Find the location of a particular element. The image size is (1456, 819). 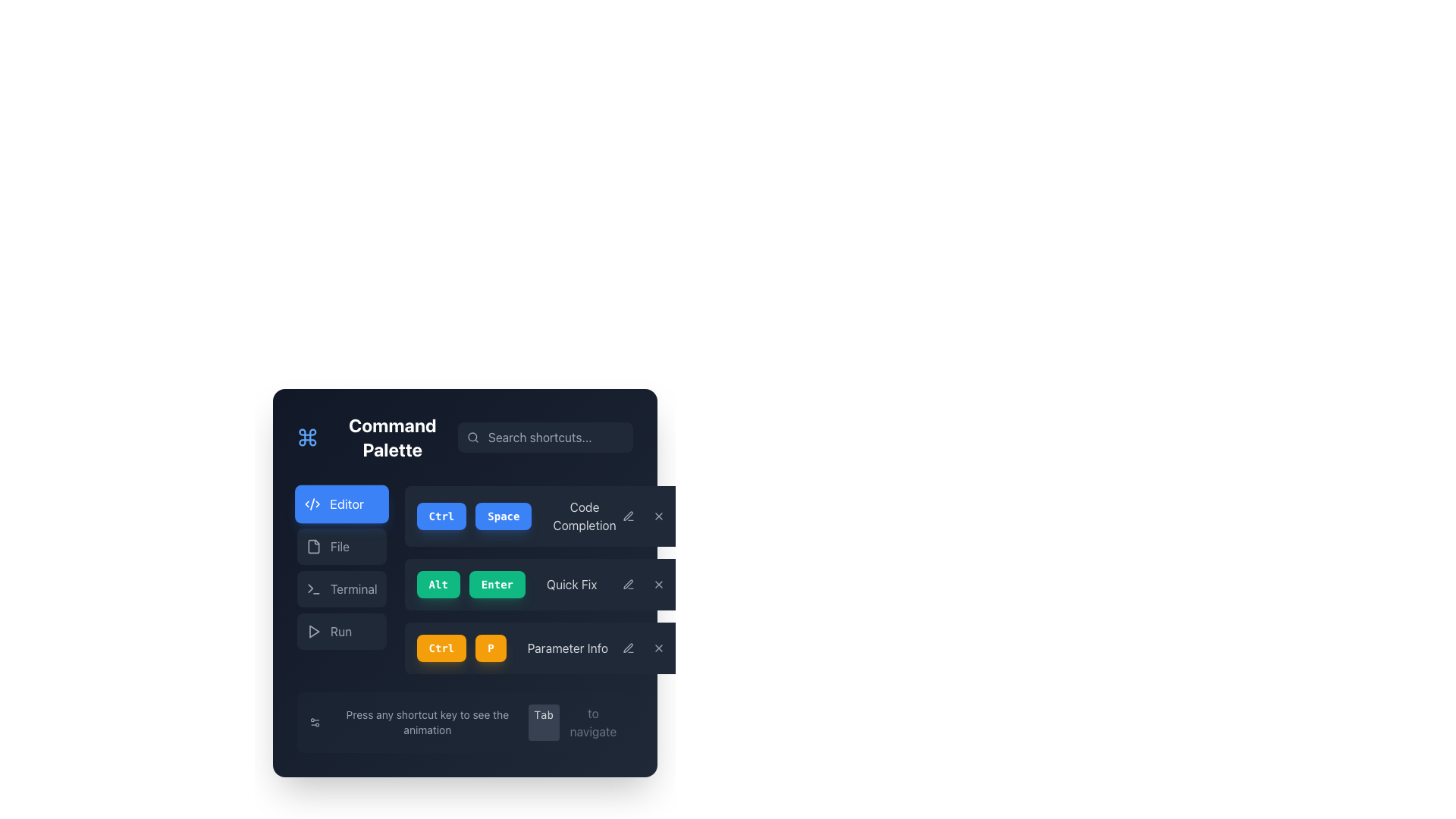

the 'File' button, which is the second button in a vertical list located below the 'Editor' button and above the 'Terminal' button is located at coordinates (340, 547).